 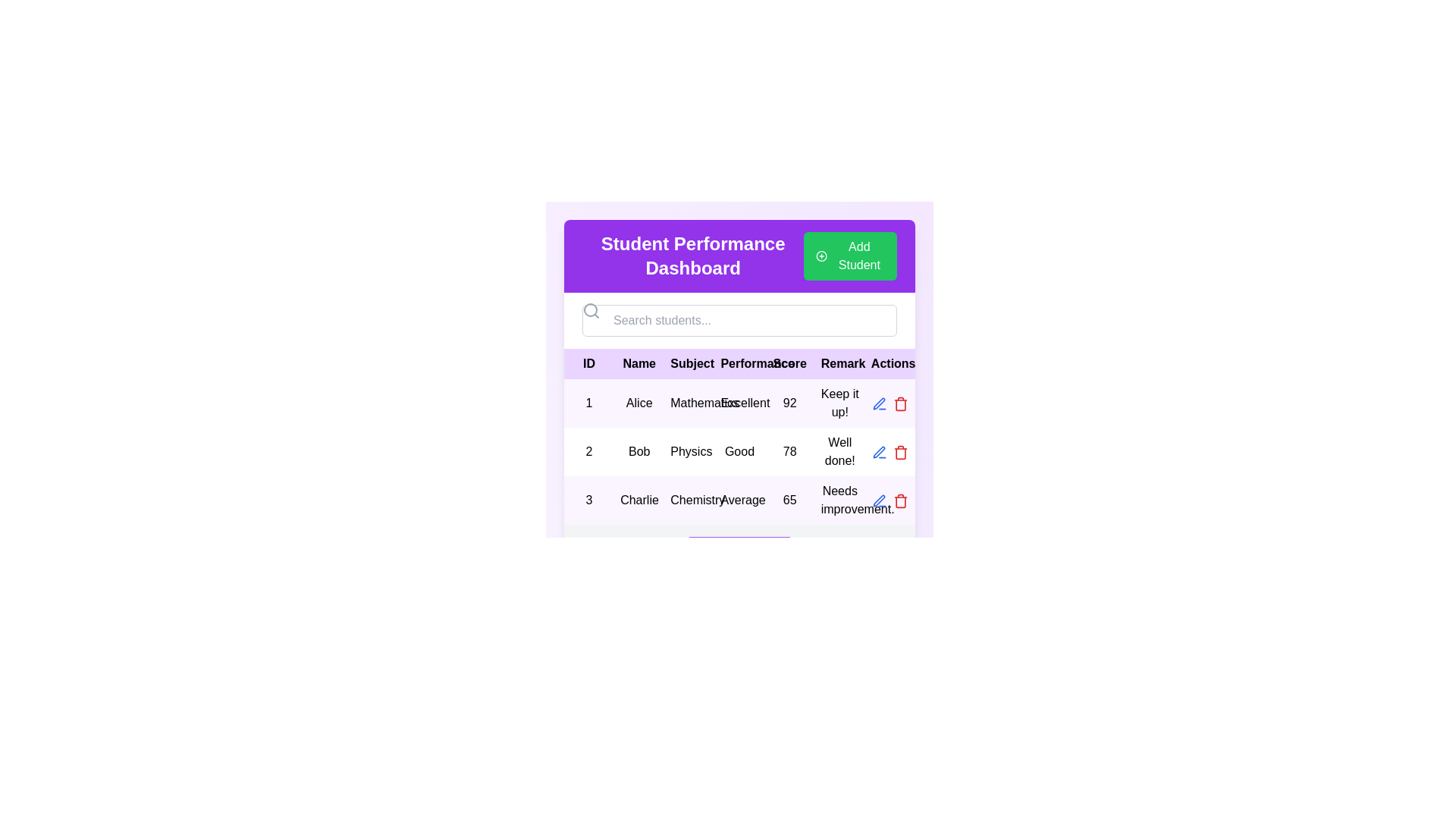 What do you see at coordinates (588, 403) in the screenshot?
I see `the text display element that represents the ID of the first student, Alice, in the list` at bounding box center [588, 403].